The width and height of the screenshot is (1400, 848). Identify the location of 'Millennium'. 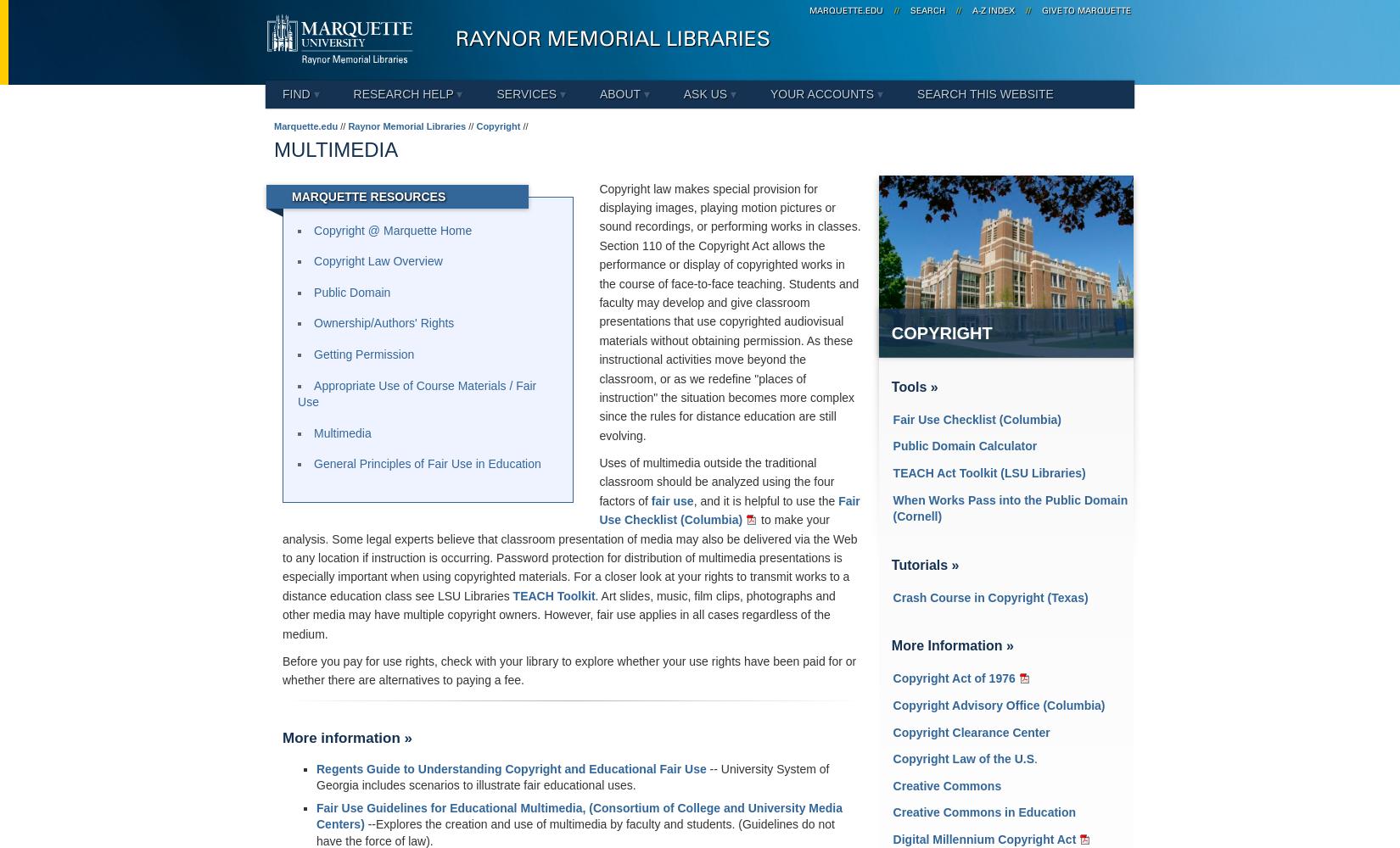
(965, 839).